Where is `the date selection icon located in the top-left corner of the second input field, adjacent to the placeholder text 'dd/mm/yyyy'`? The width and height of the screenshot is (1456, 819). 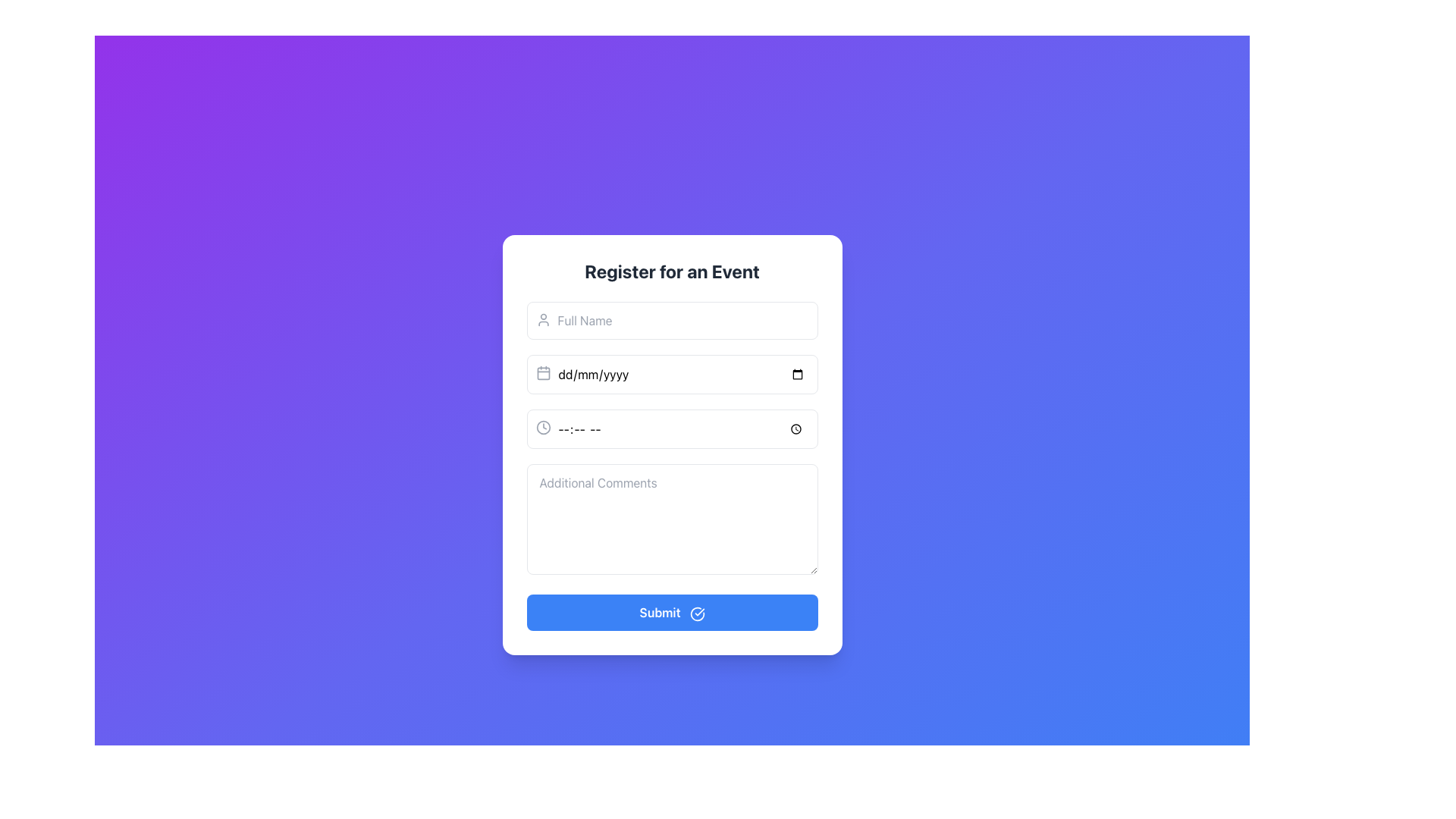 the date selection icon located in the top-left corner of the second input field, adjacent to the placeholder text 'dd/mm/yyyy' is located at coordinates (543, 373).